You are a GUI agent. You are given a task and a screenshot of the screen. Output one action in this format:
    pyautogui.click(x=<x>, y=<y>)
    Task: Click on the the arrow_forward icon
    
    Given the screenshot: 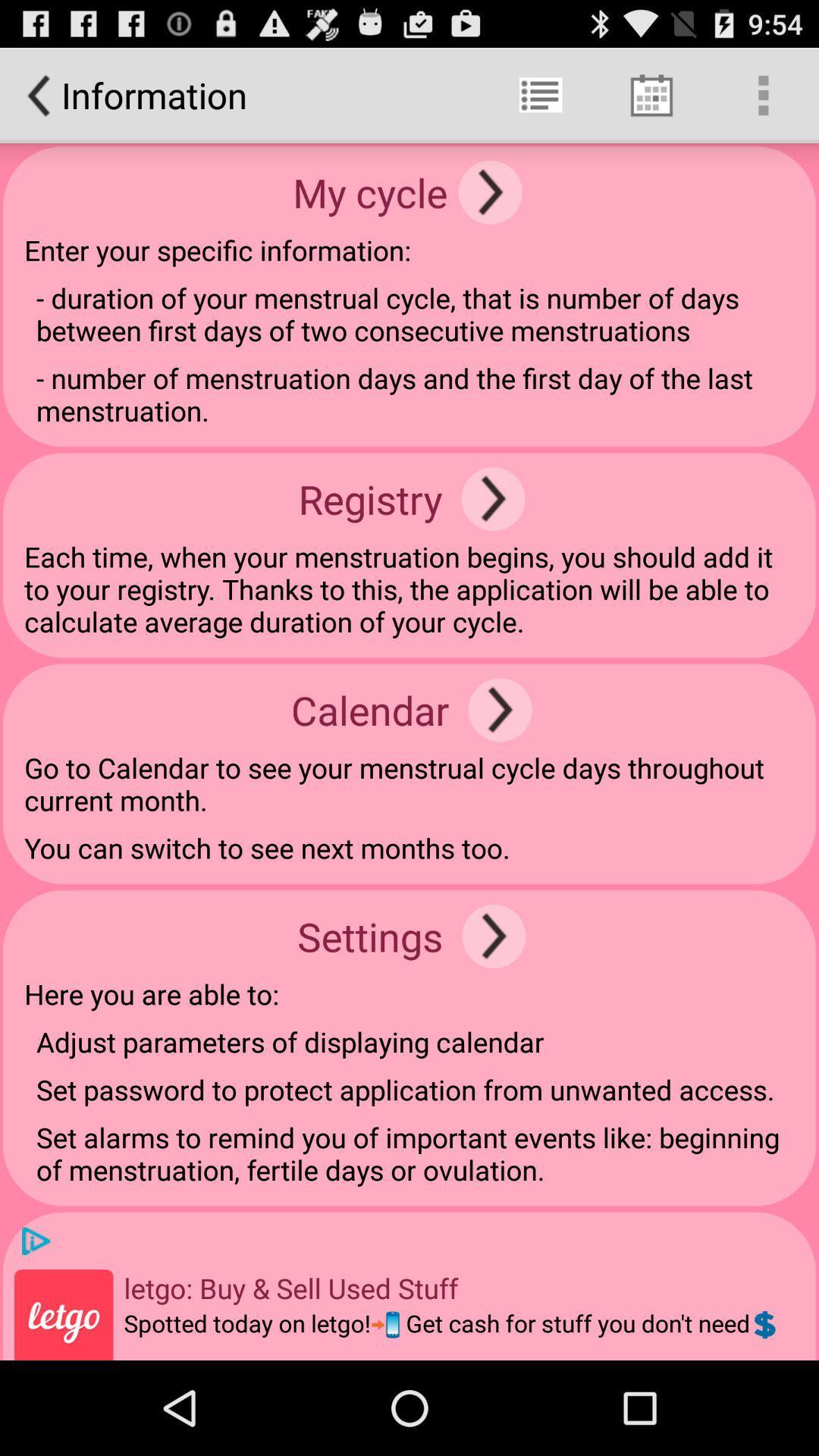 What is the action you would take?
    pyautogui.click(x=500, y=760)
    